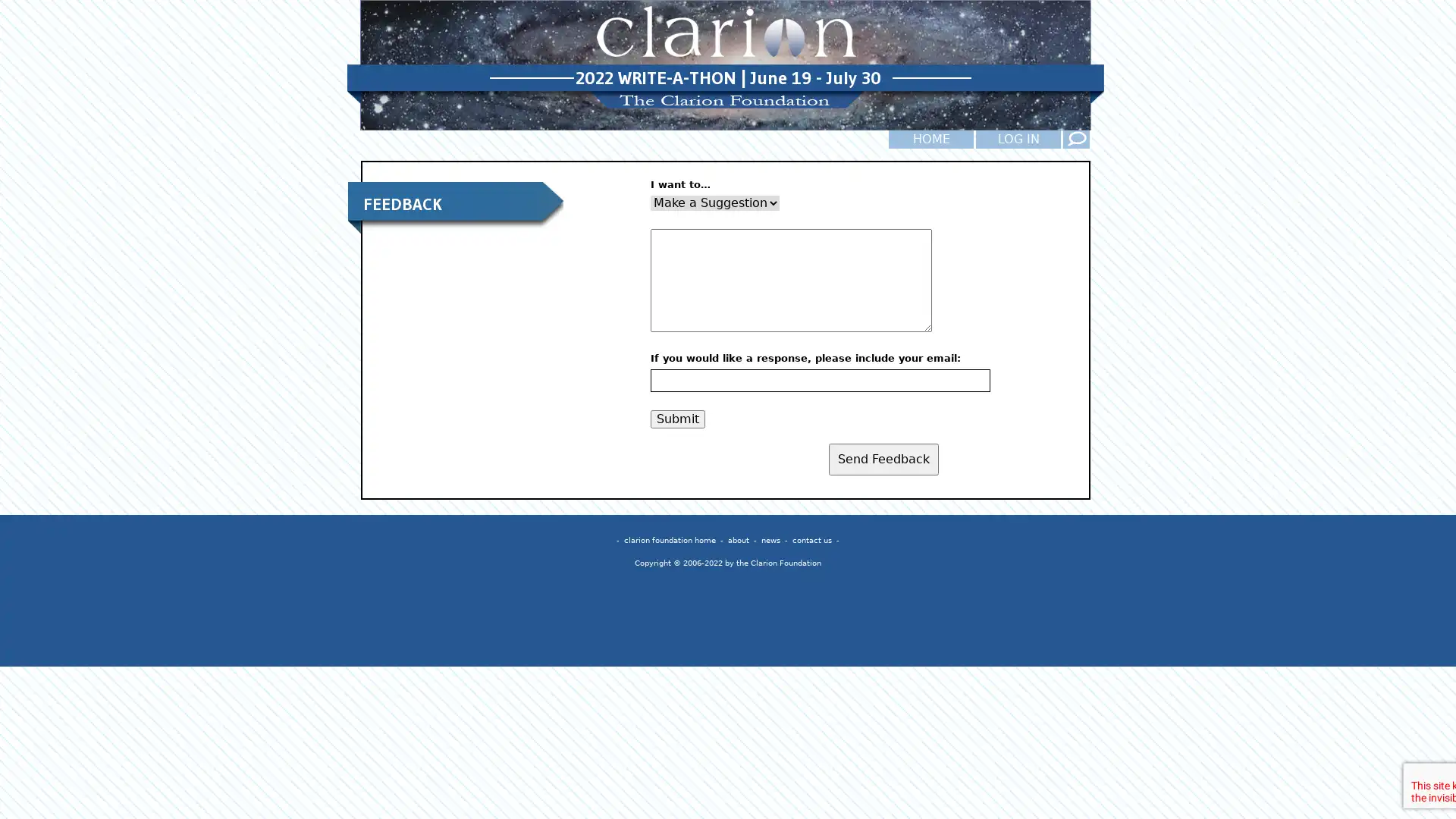 This screenshot has width=1456, height=819. What do you see at coordinates (883, 458) in the screenshot?
I see `Send Feedback` at bounding box center [883, 458].